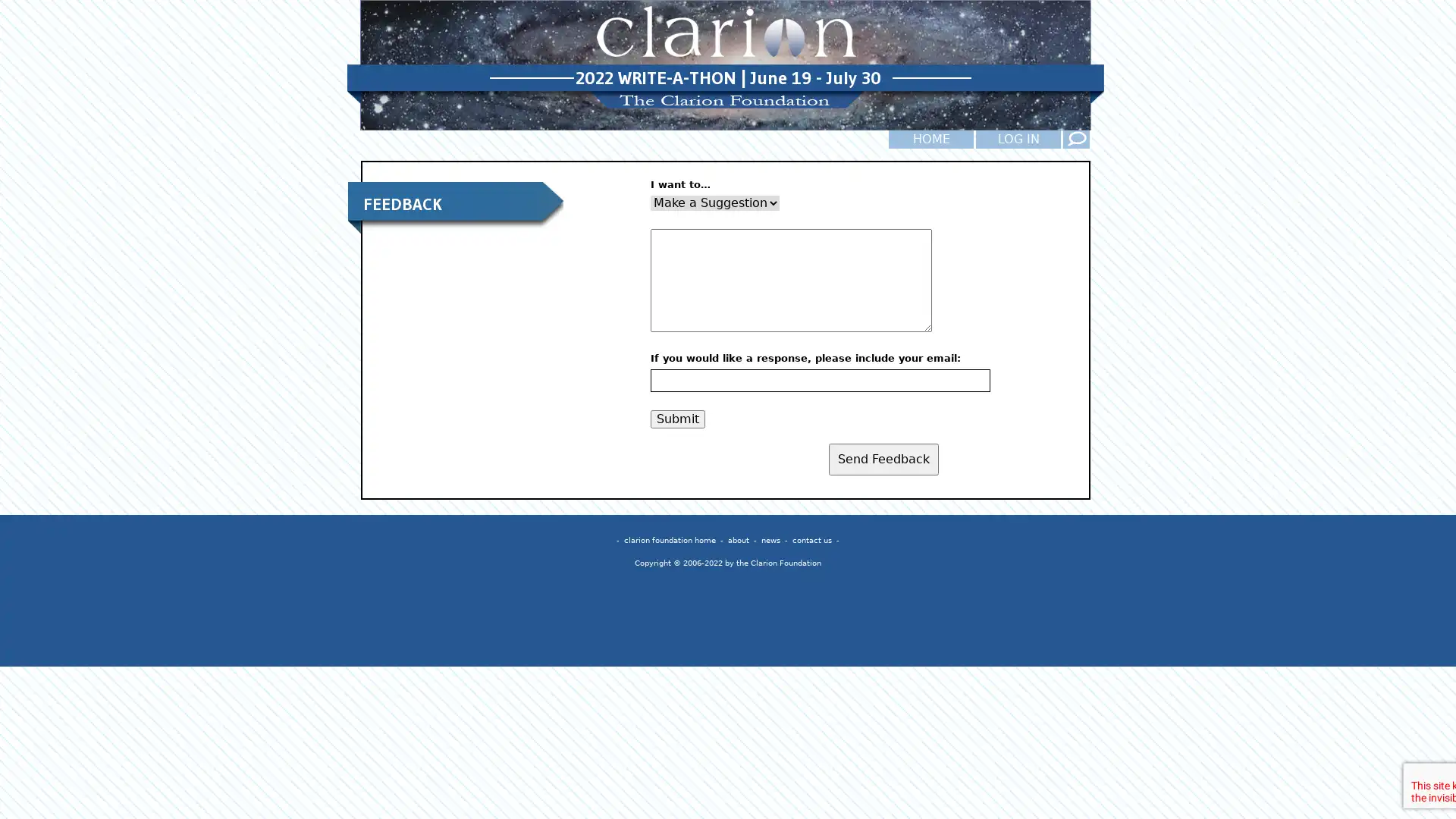 This screenshot has width=1456, height=819. What do you see at coordinates (883, 458) in the screenshot?
I see `Send Feedback` at bounding box center [883, 458].